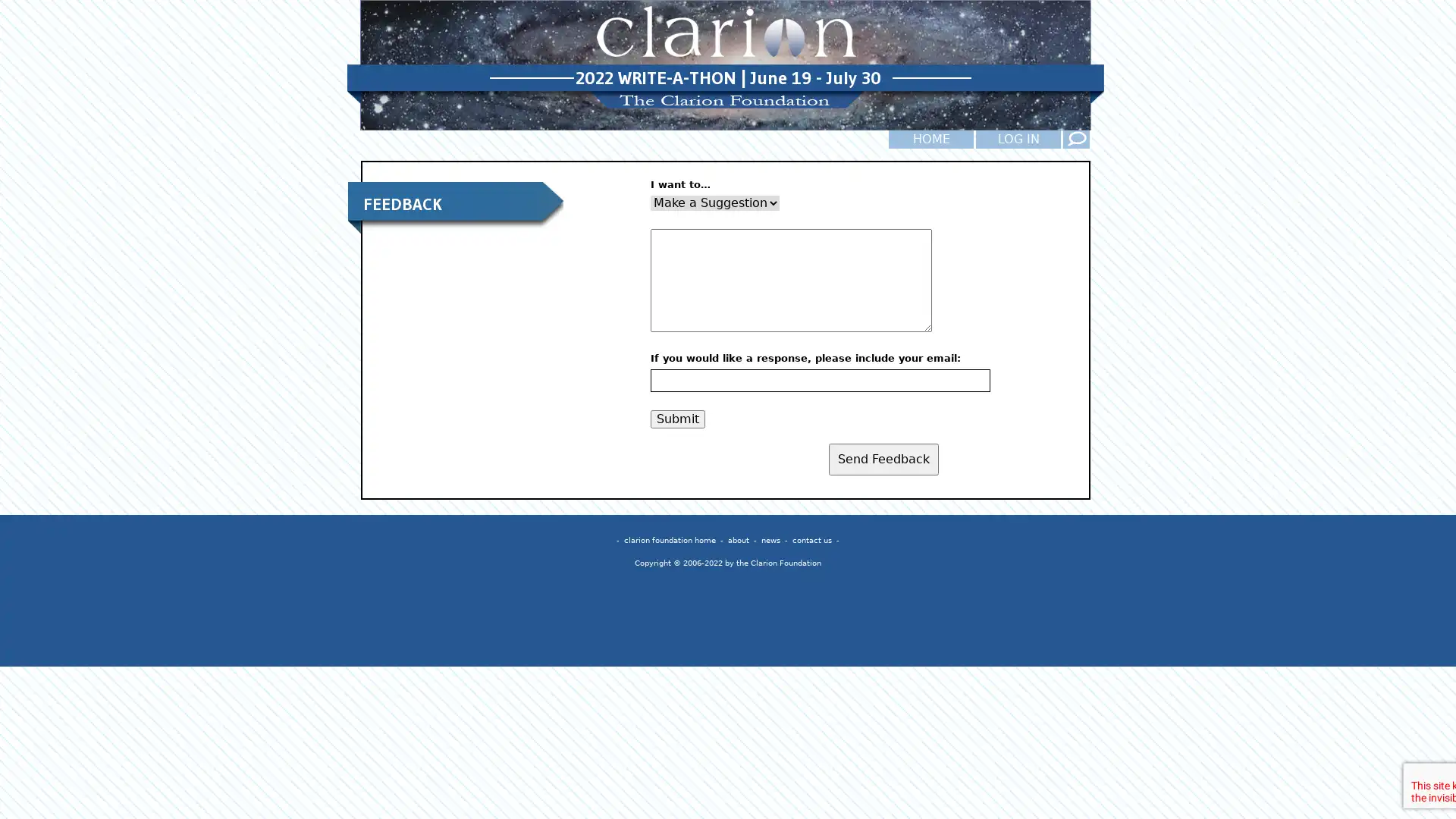 This screenshot has width=1456, height=819. What do you see at coordinates (883, 458) in the screenshot?
I see `Send Feedback` at bounding box center [883, 458].